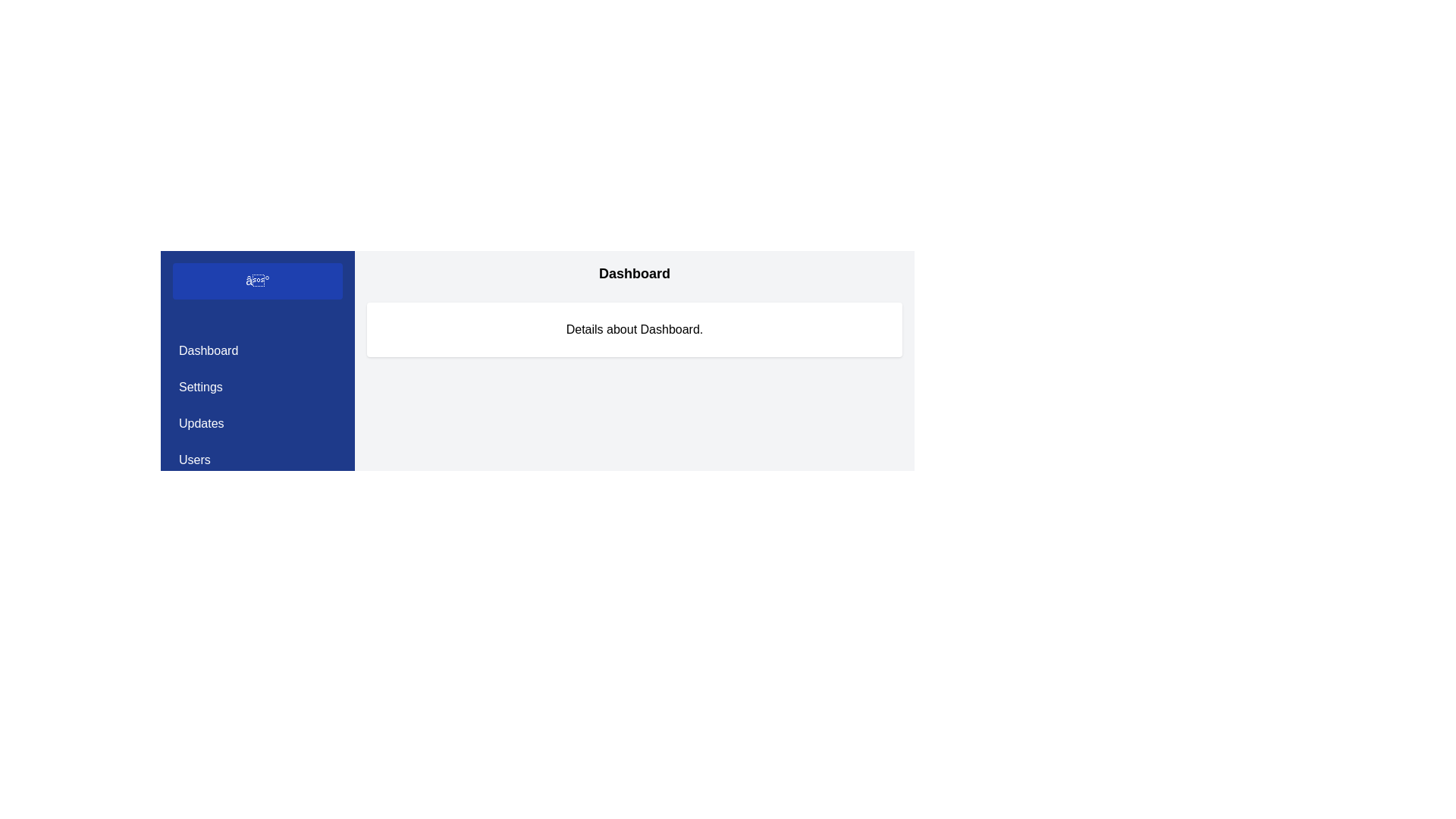 This screenshot has height=819, width=1456. What do you see at coordinates (199, 386) in the screenshot?
I see `the 'Settings' text label, which is the second label in the sidebar navigation` at bounding box center [199, 386].